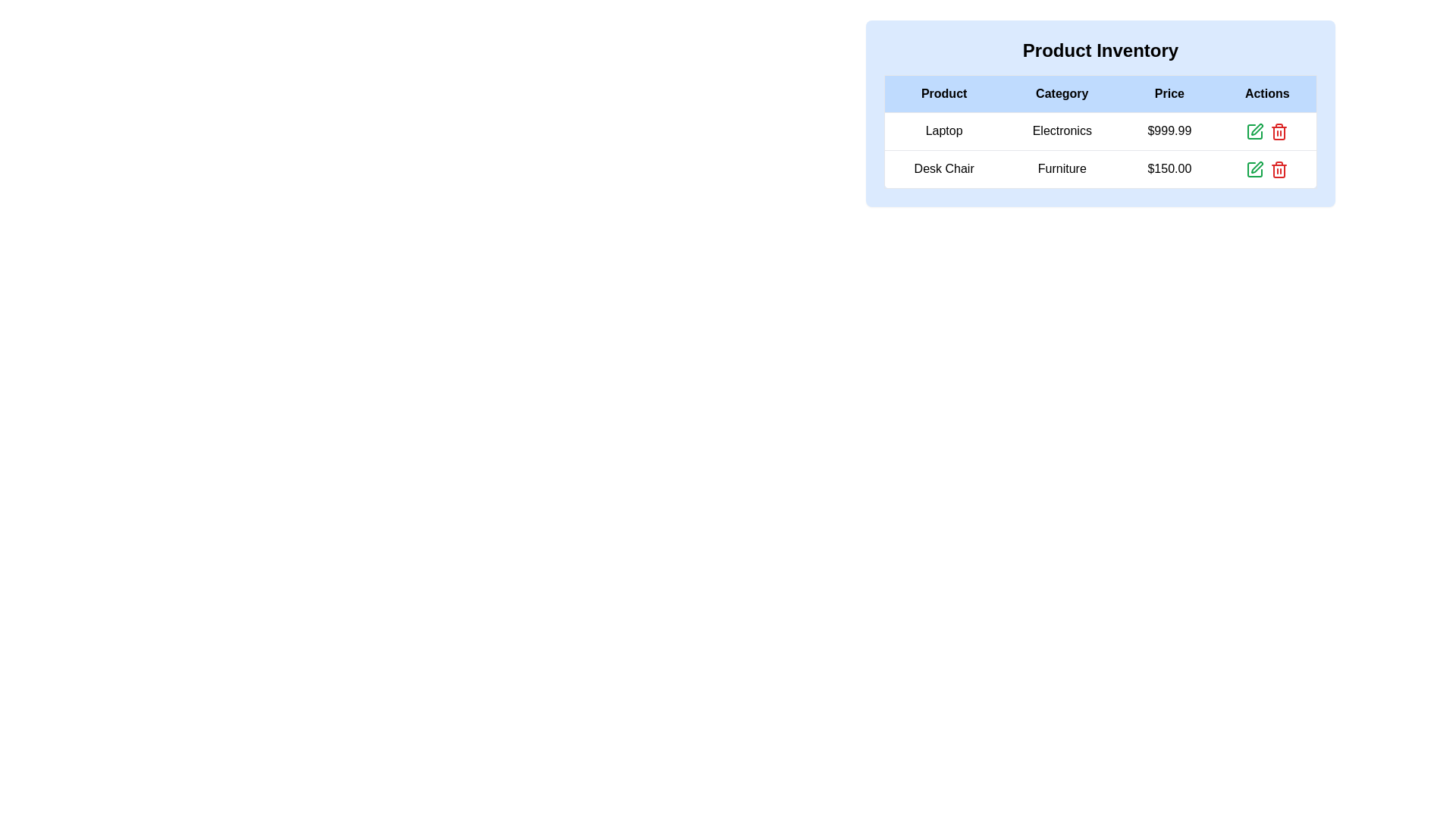 This screenshot has height=819, width=1456. Describe the element at coordinates (1255, 169) in the screenshot. I see `the green square pen icon in the 'Actions' column of the table associated with the 'Desk Chair' product` at that location.